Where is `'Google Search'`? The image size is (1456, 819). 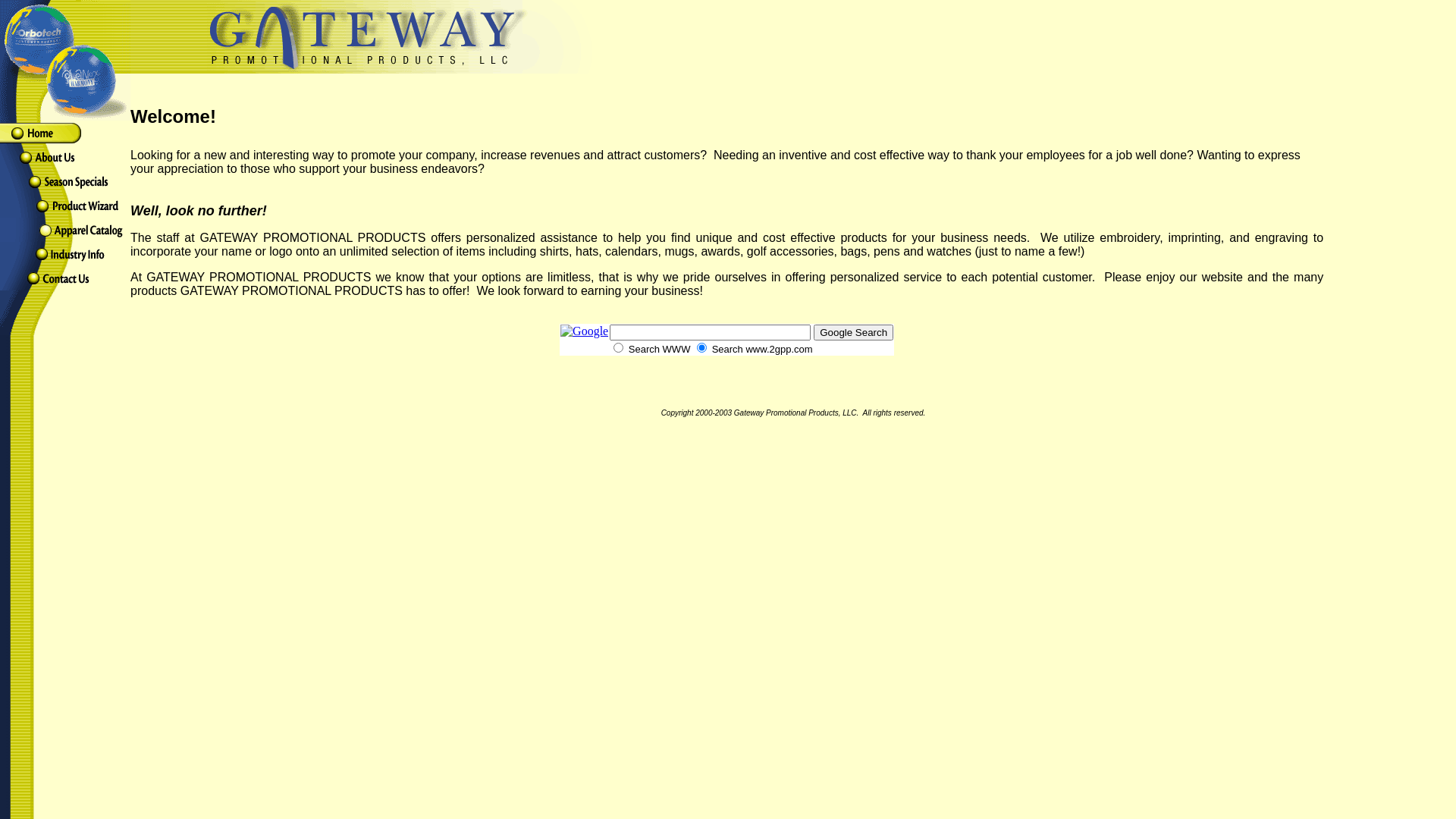 'Google Search' is located at coordinates (813, 331).